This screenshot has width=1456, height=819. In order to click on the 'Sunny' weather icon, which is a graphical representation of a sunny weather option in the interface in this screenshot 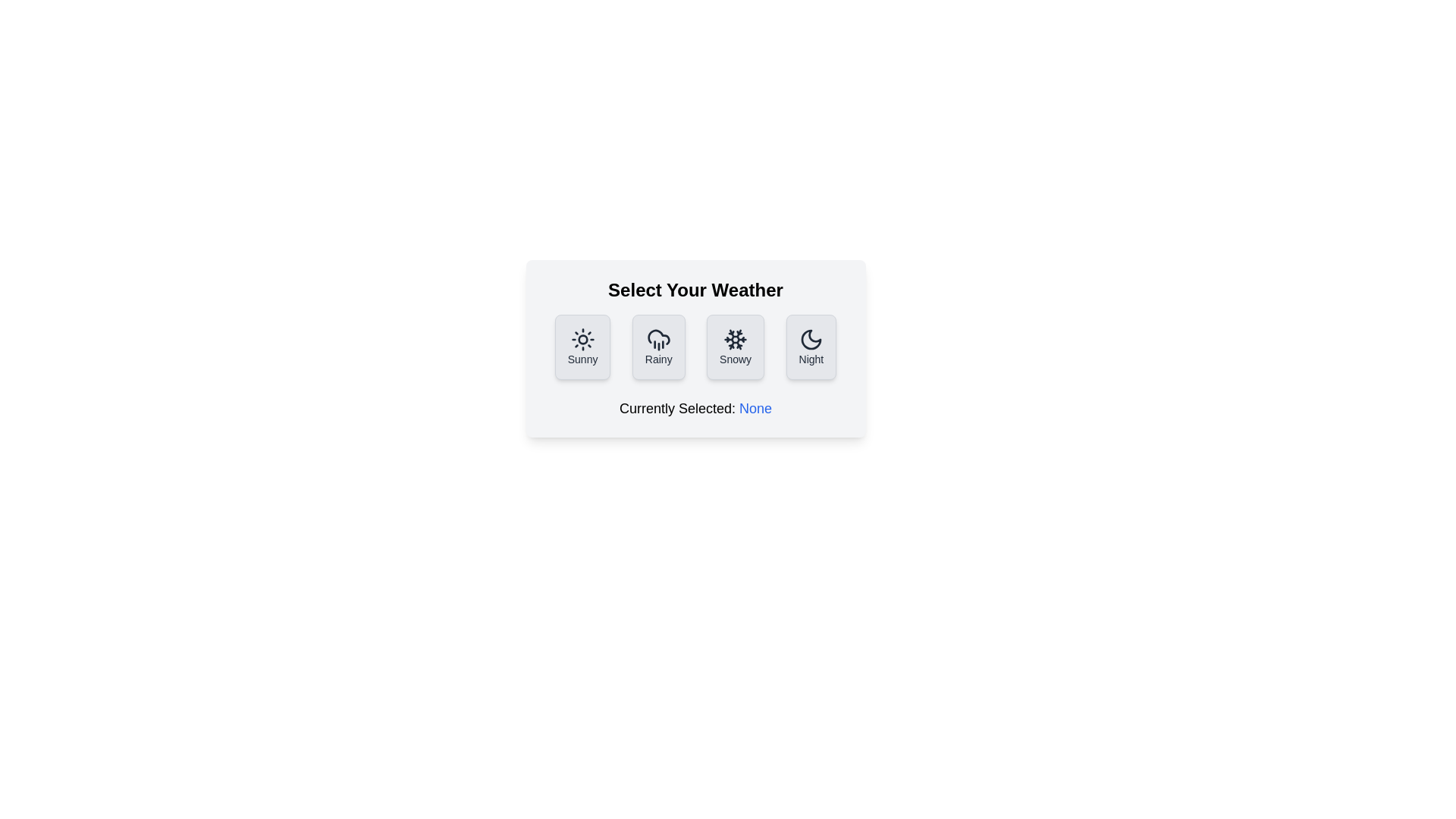, I will do `click(582, 338)`.